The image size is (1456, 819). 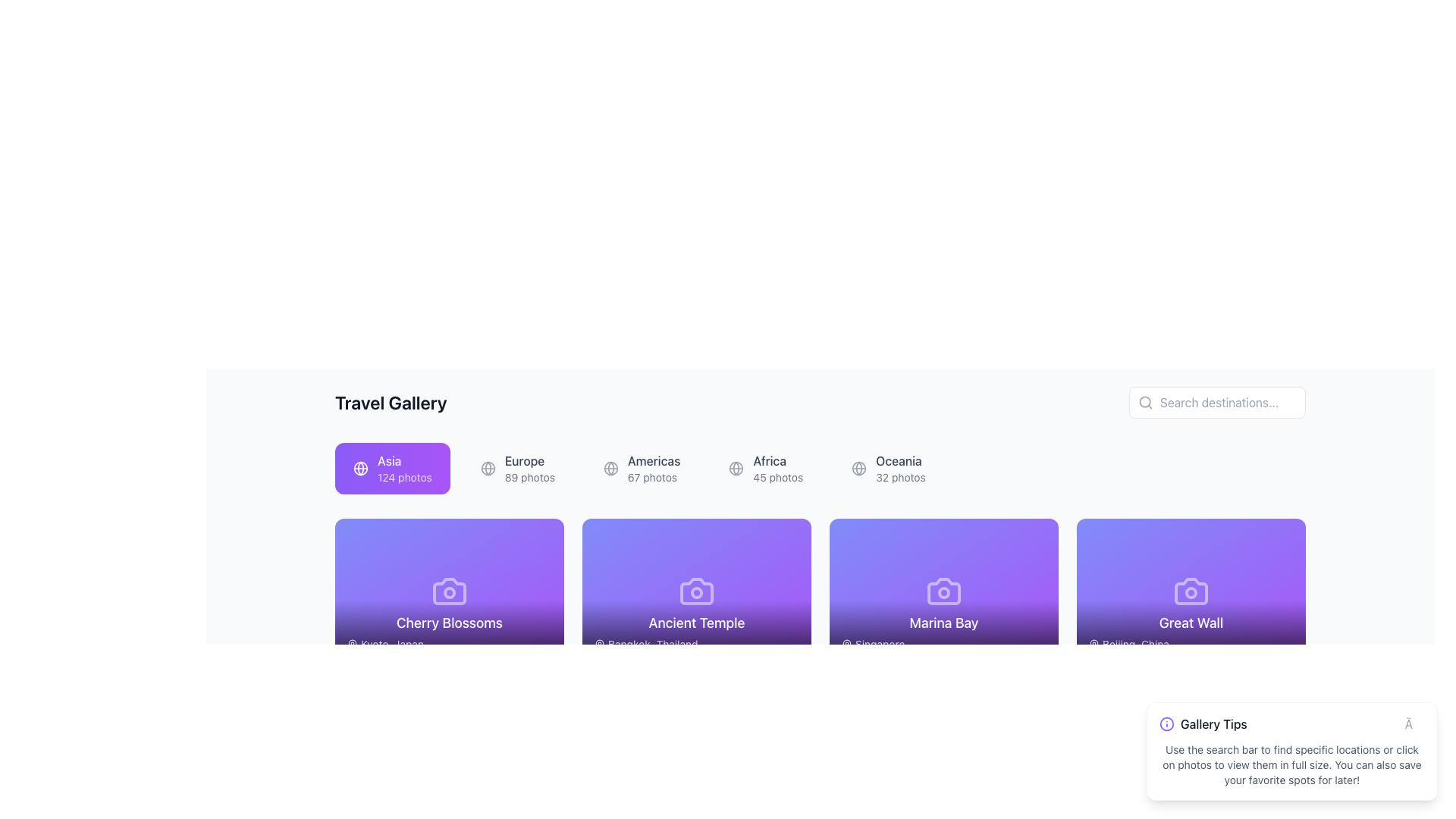 I want to click on the search icon located in the top-right corner, to the left of the 'Search destinations...' text input field, indicating the search functionality, so click(x=1146, y=402).